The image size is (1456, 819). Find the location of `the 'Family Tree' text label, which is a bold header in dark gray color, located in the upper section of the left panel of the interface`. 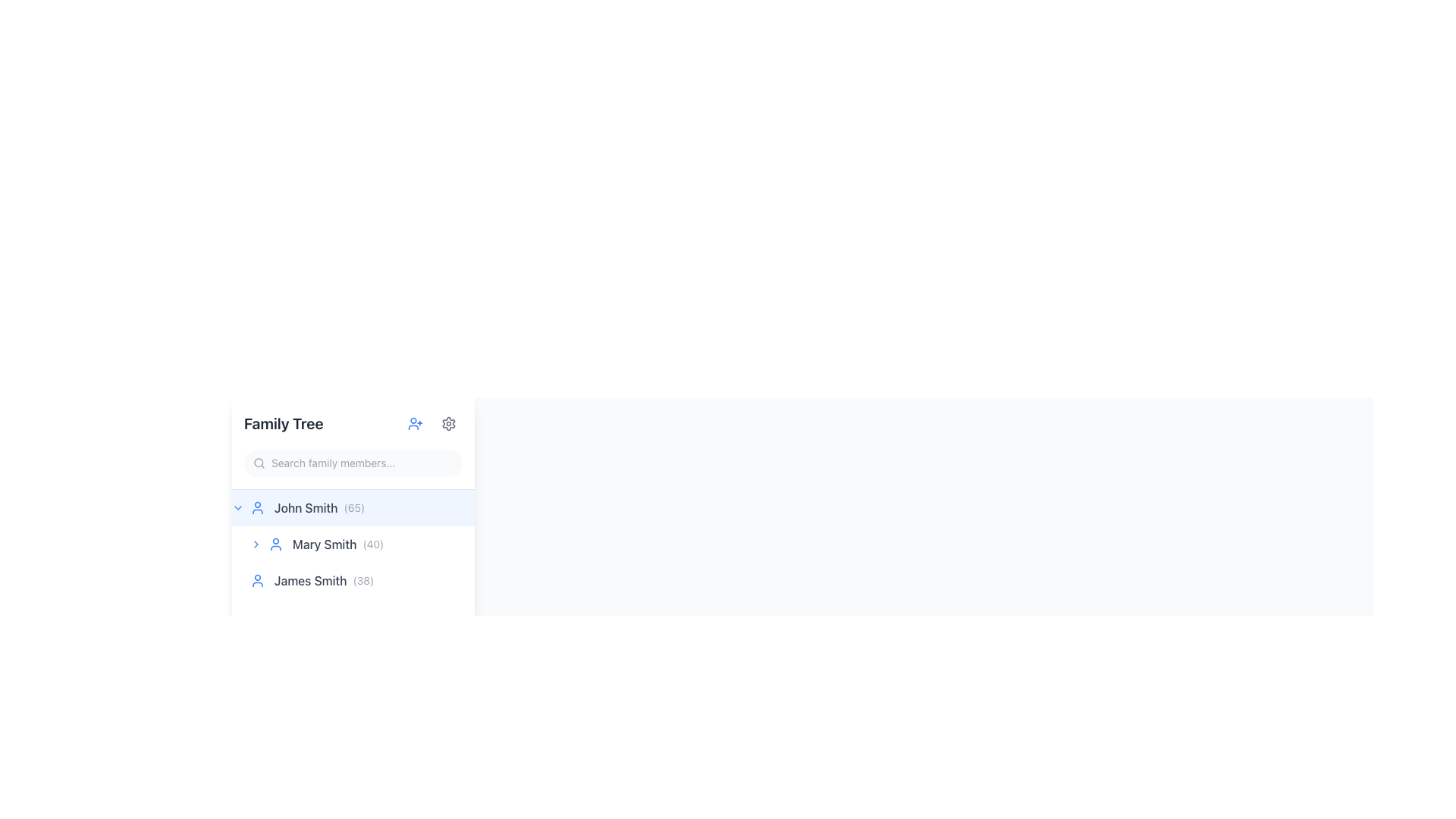

the 'Family Tree' text label, which is a bold header in dark gray color, located in the upper section of the left panel of the interface is located at coordinates (284, 424).